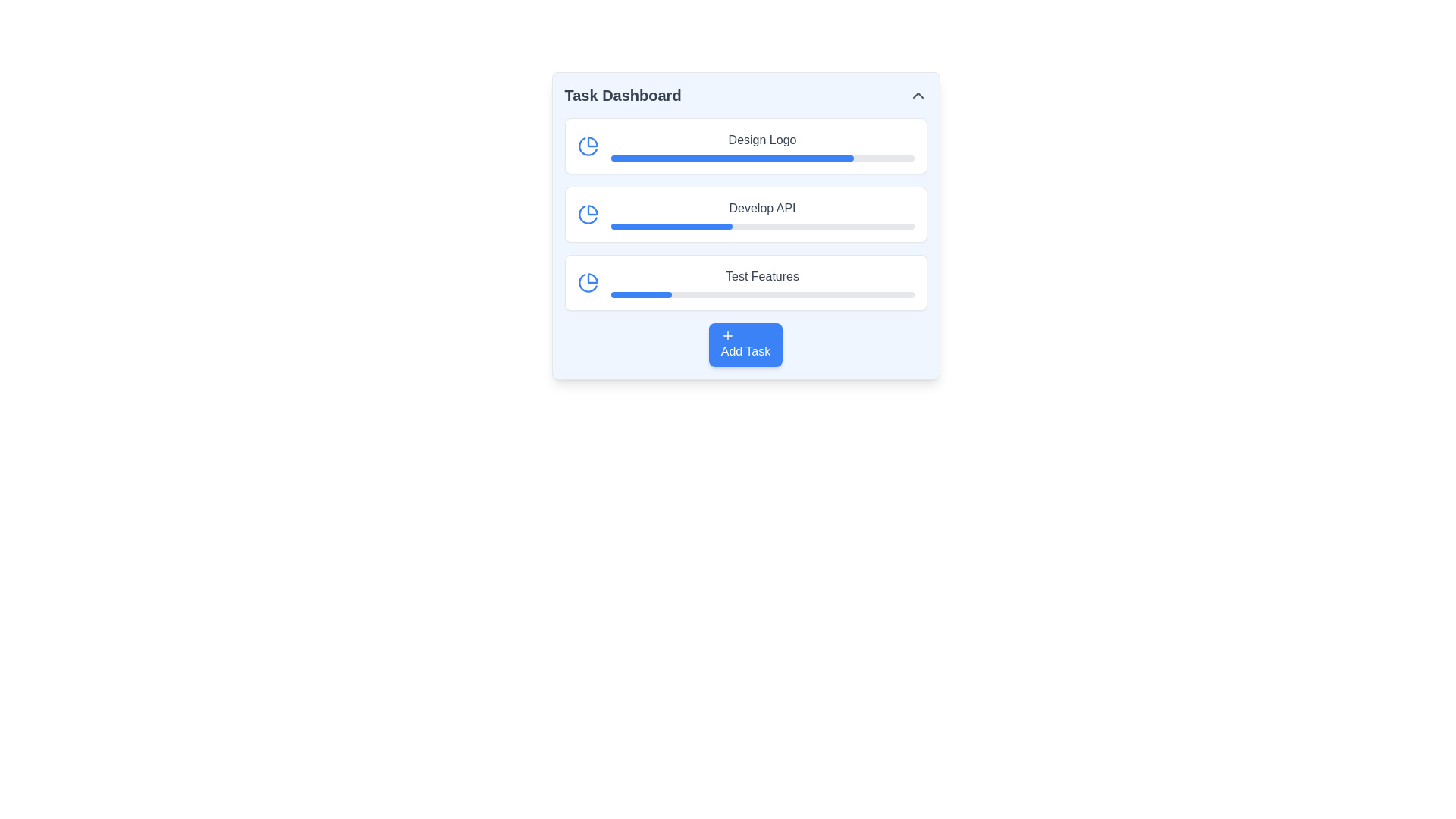  What do you see at coordinates (641, 295) in the screenshot?
I see `the progress bar segment indicating 20% completion for the task labeled 'Test Features.'` at bounding box center [641, 295].